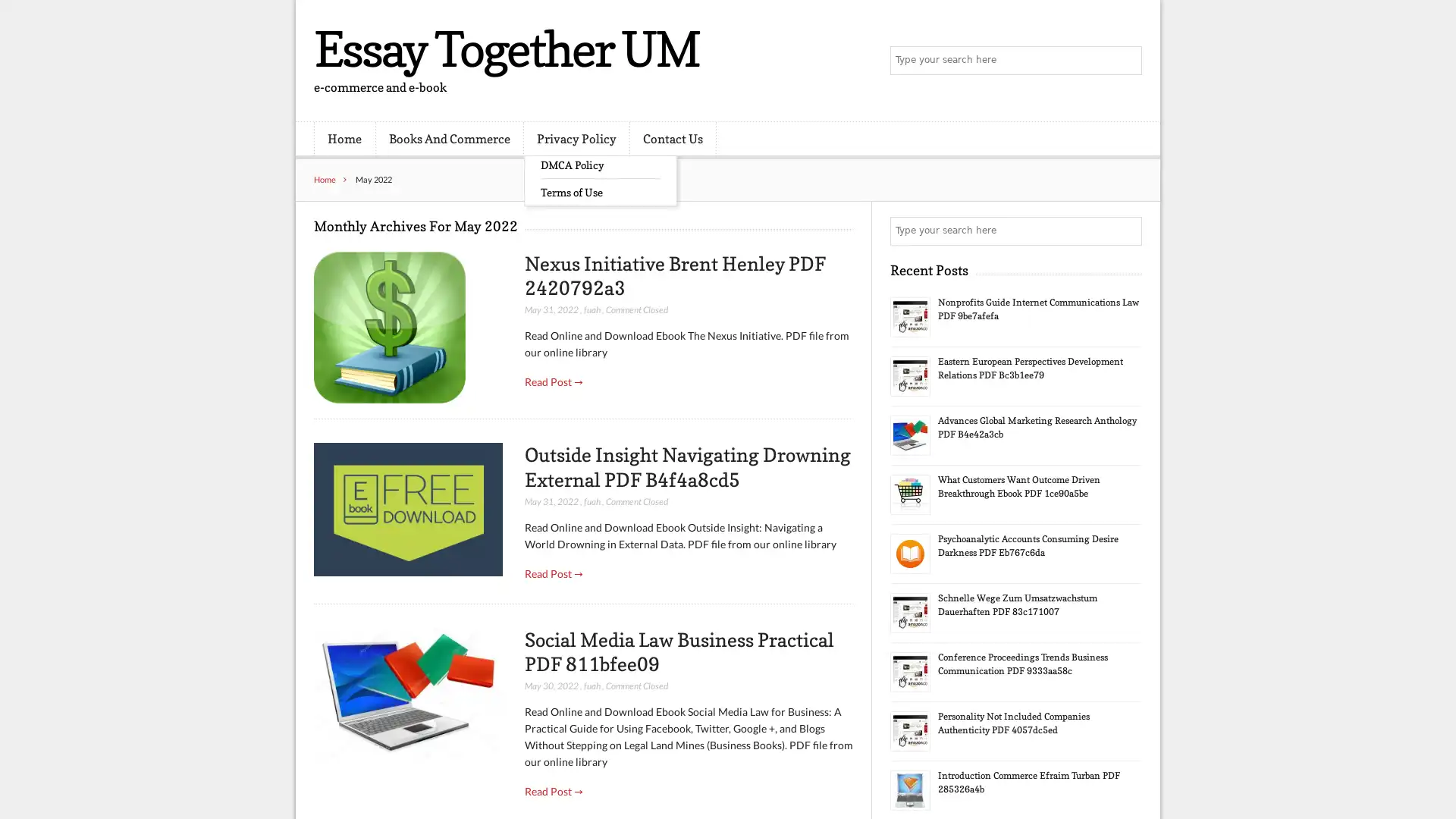 The image size is (1456, 819). What do you see at coordinates (1126, 61) in the screenshot?
I see `Search` at bounding box center [1126, 61].